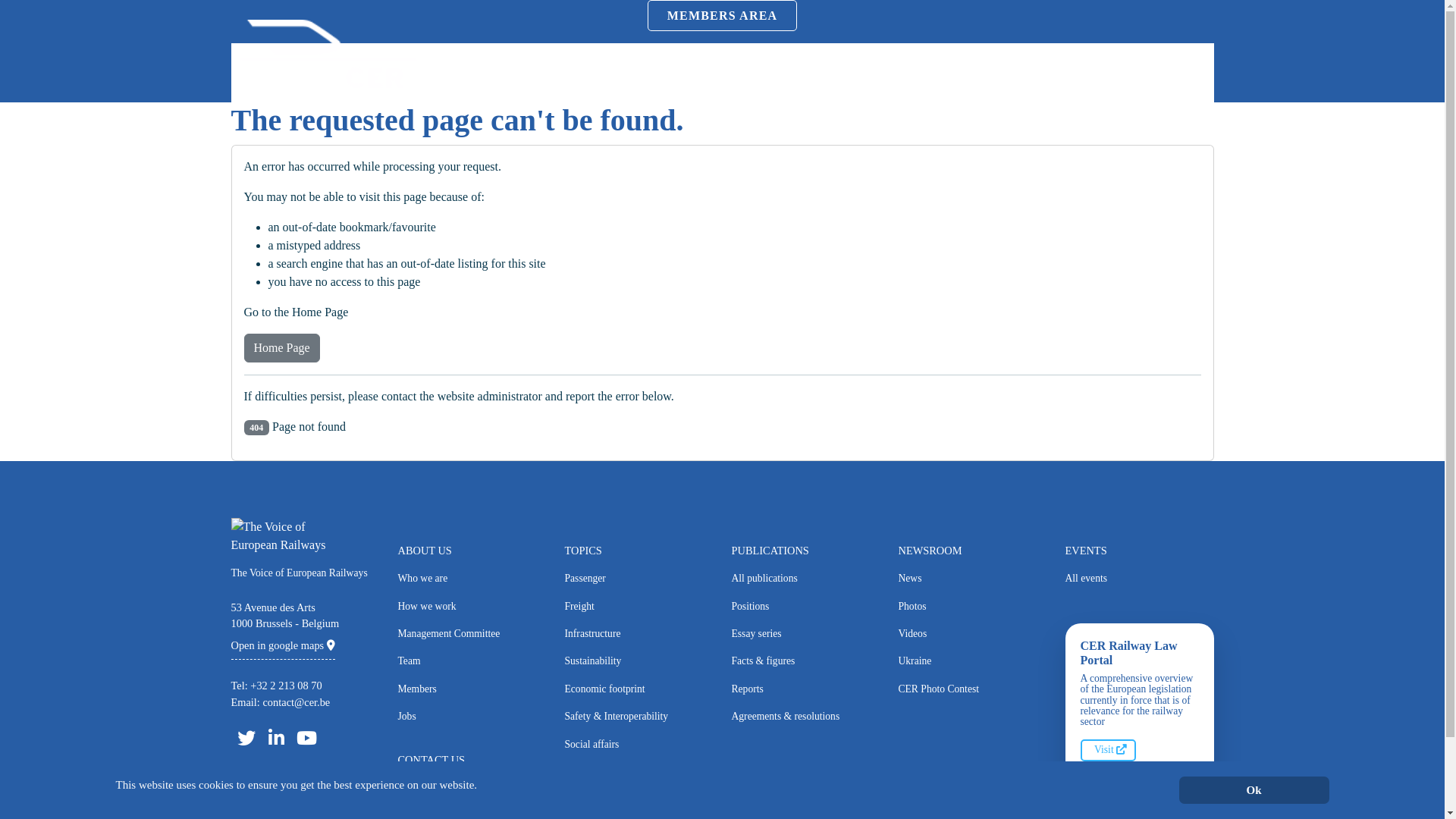  I want to click on 'Freight', so click(563, 605).